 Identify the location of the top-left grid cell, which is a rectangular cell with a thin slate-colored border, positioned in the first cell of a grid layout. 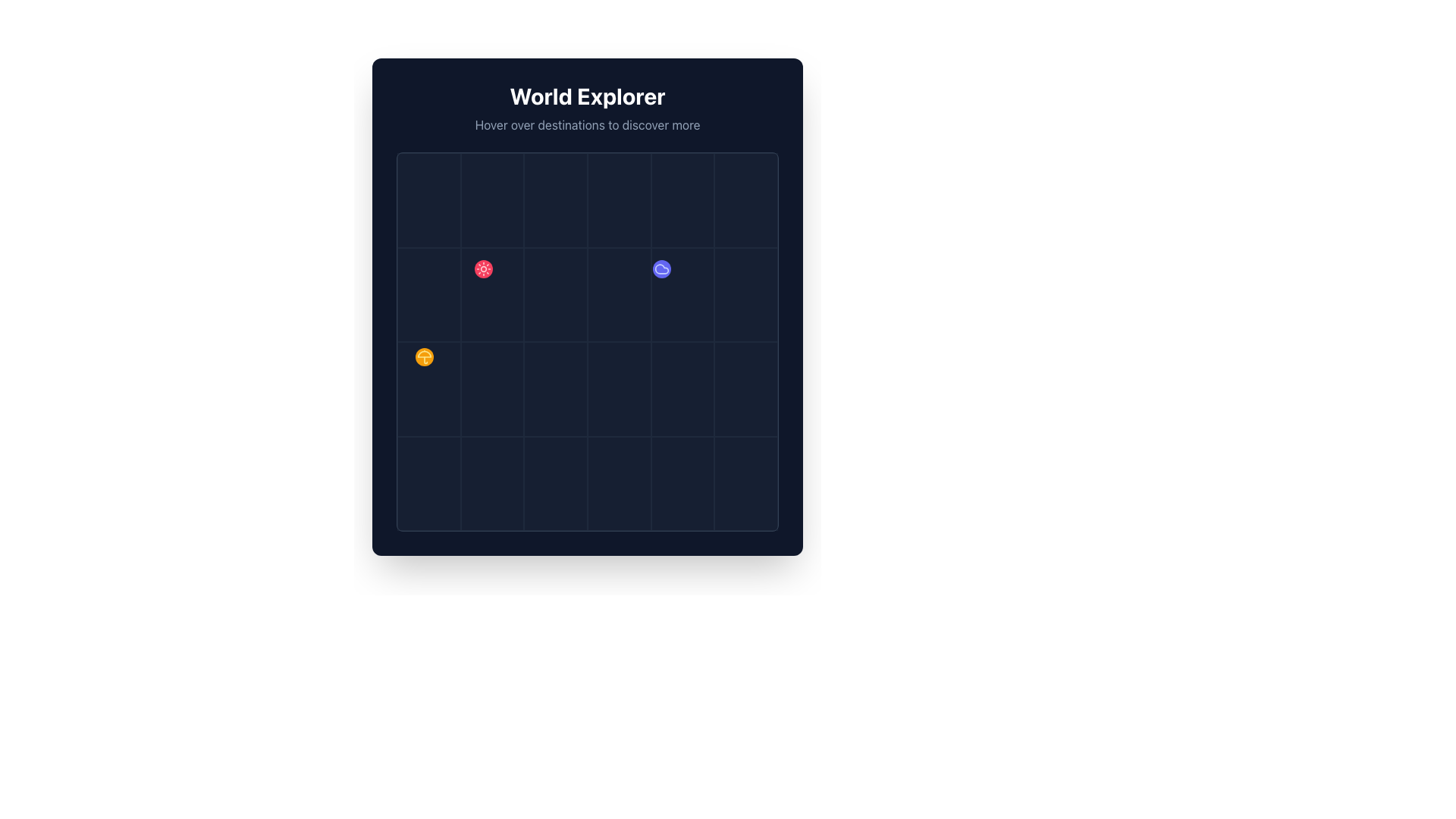
(428, 199).